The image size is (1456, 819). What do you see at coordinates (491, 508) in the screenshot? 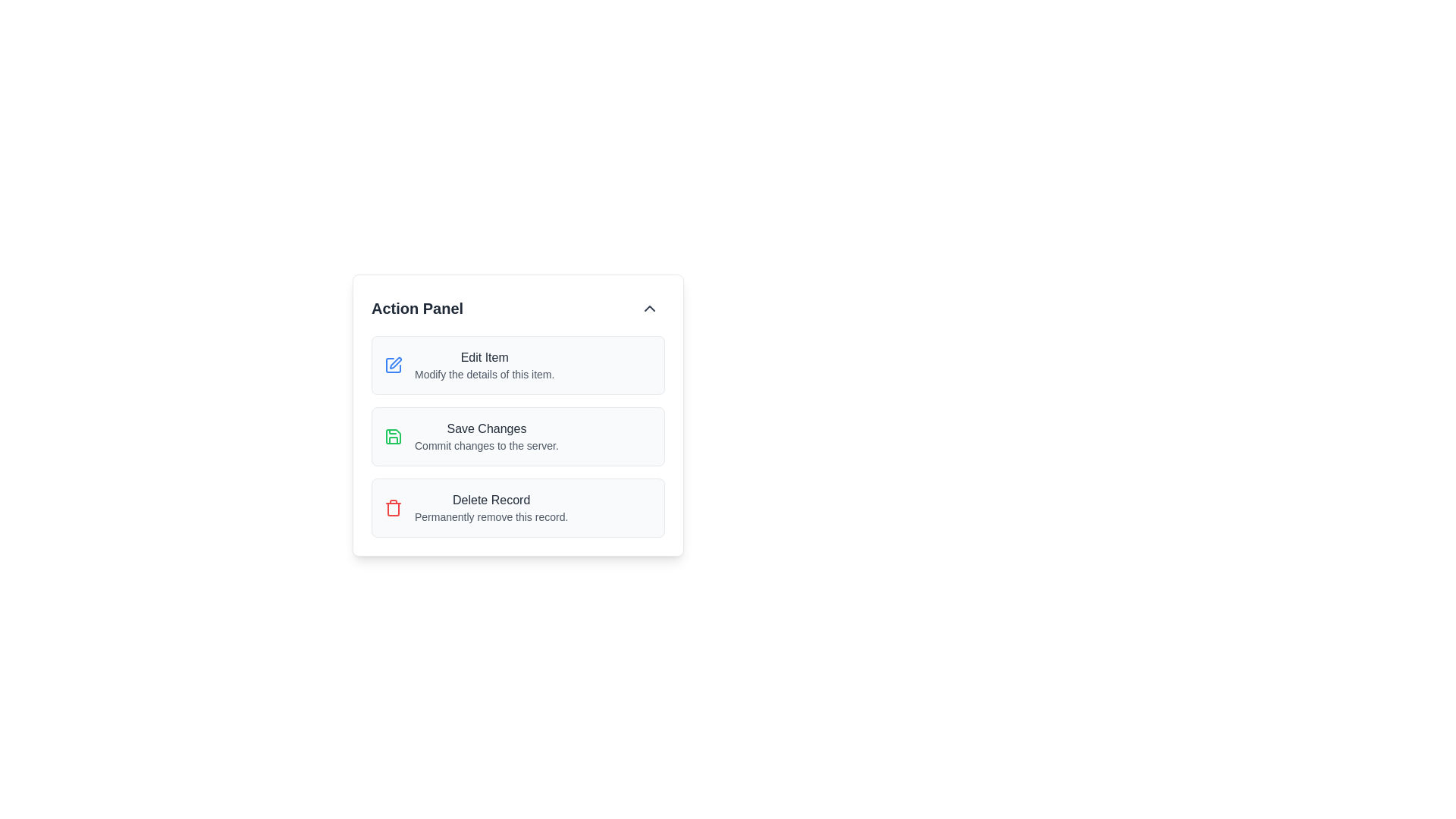
I see `the informational block that serves as a selectable action item for deleting a record permanently, located as the third item in the 'Action Panel' group` at bounding box center [491, 508].